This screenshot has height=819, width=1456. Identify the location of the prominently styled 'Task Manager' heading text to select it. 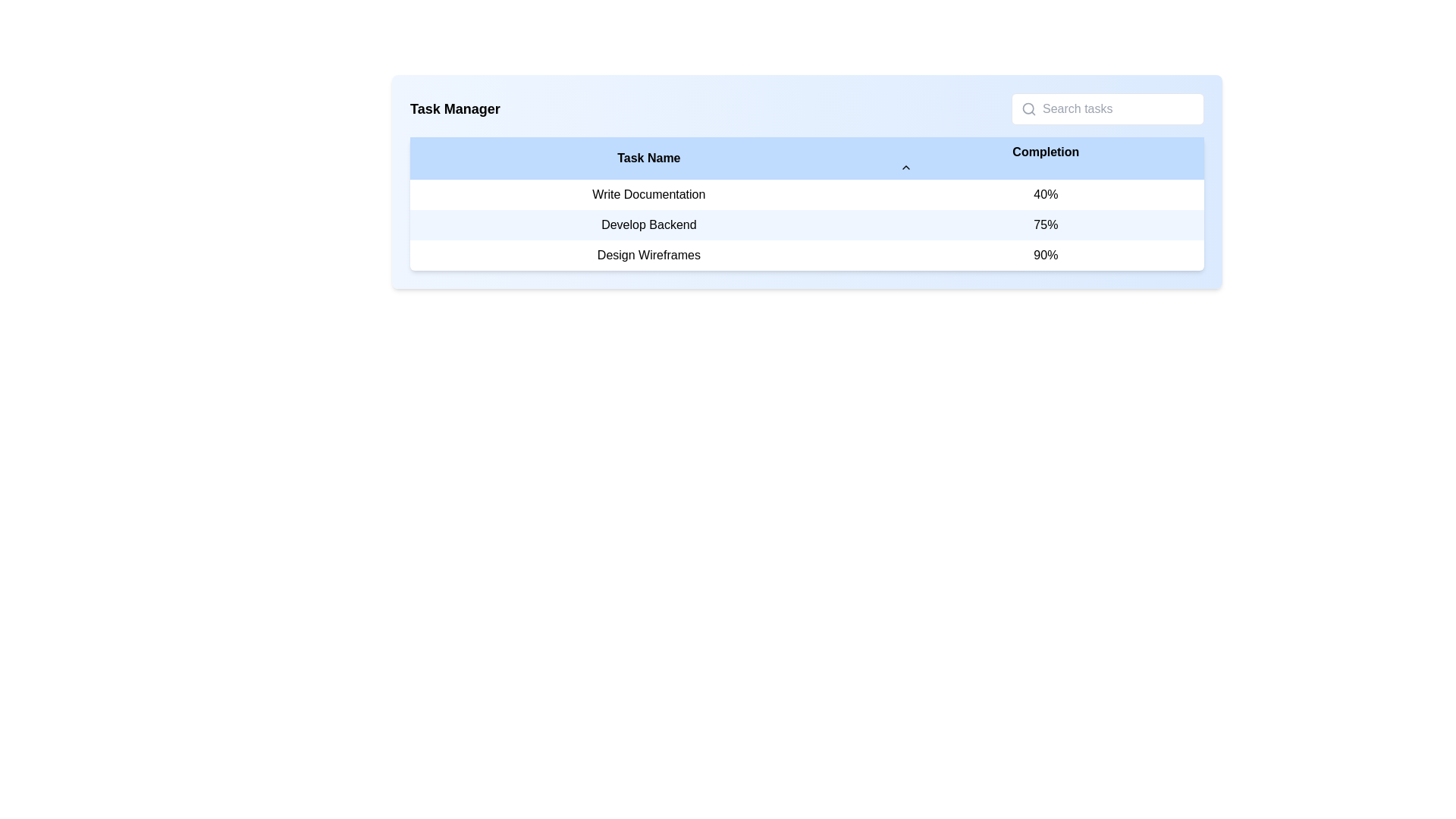
(454, 108).